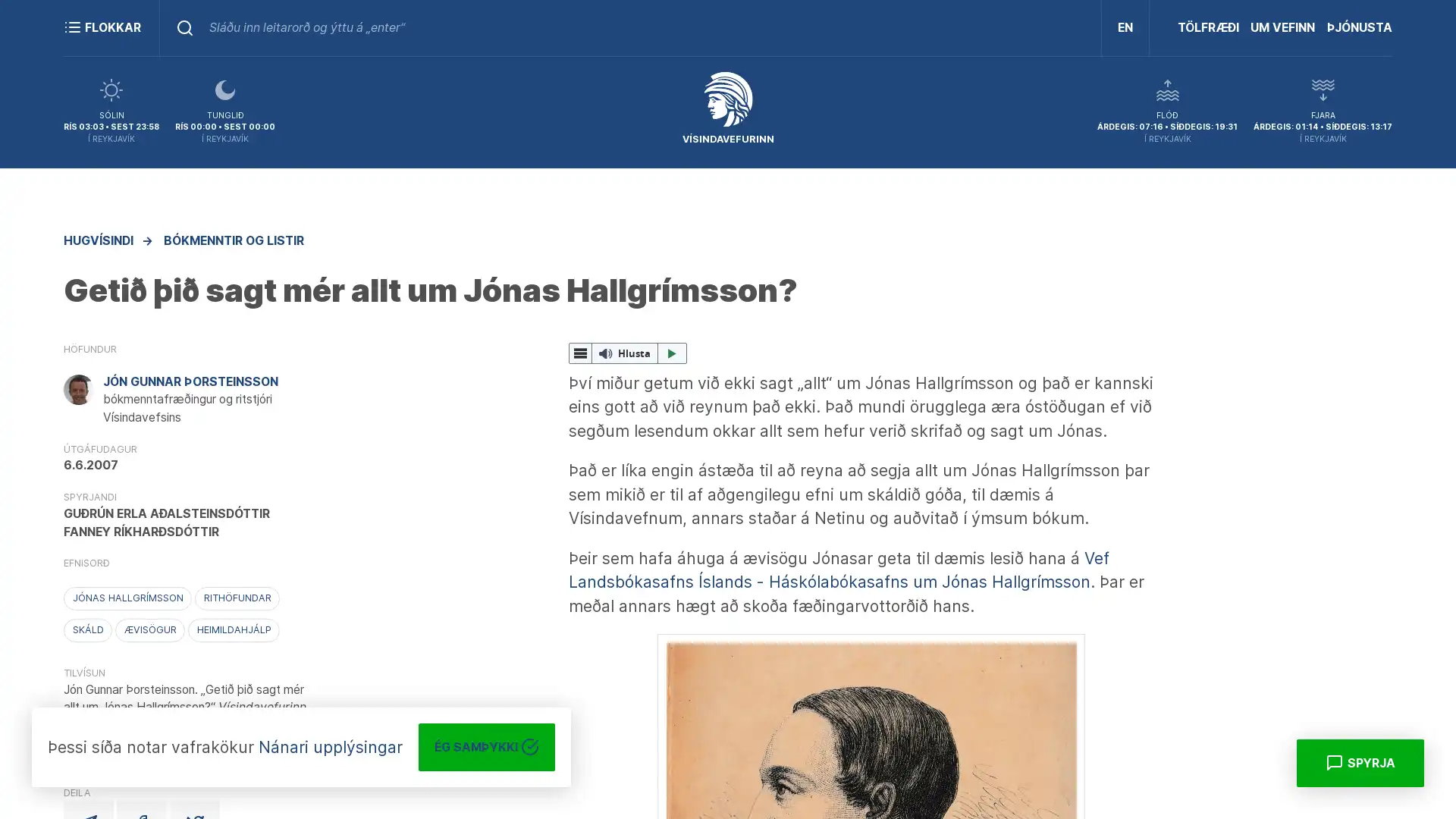 The width and height of the screenshot is (1456, 819). Describe the element at coordinates (628, 353) in the screenshot. I see `ReadSpeaker webReader: Hlusta me webReader` at that location.